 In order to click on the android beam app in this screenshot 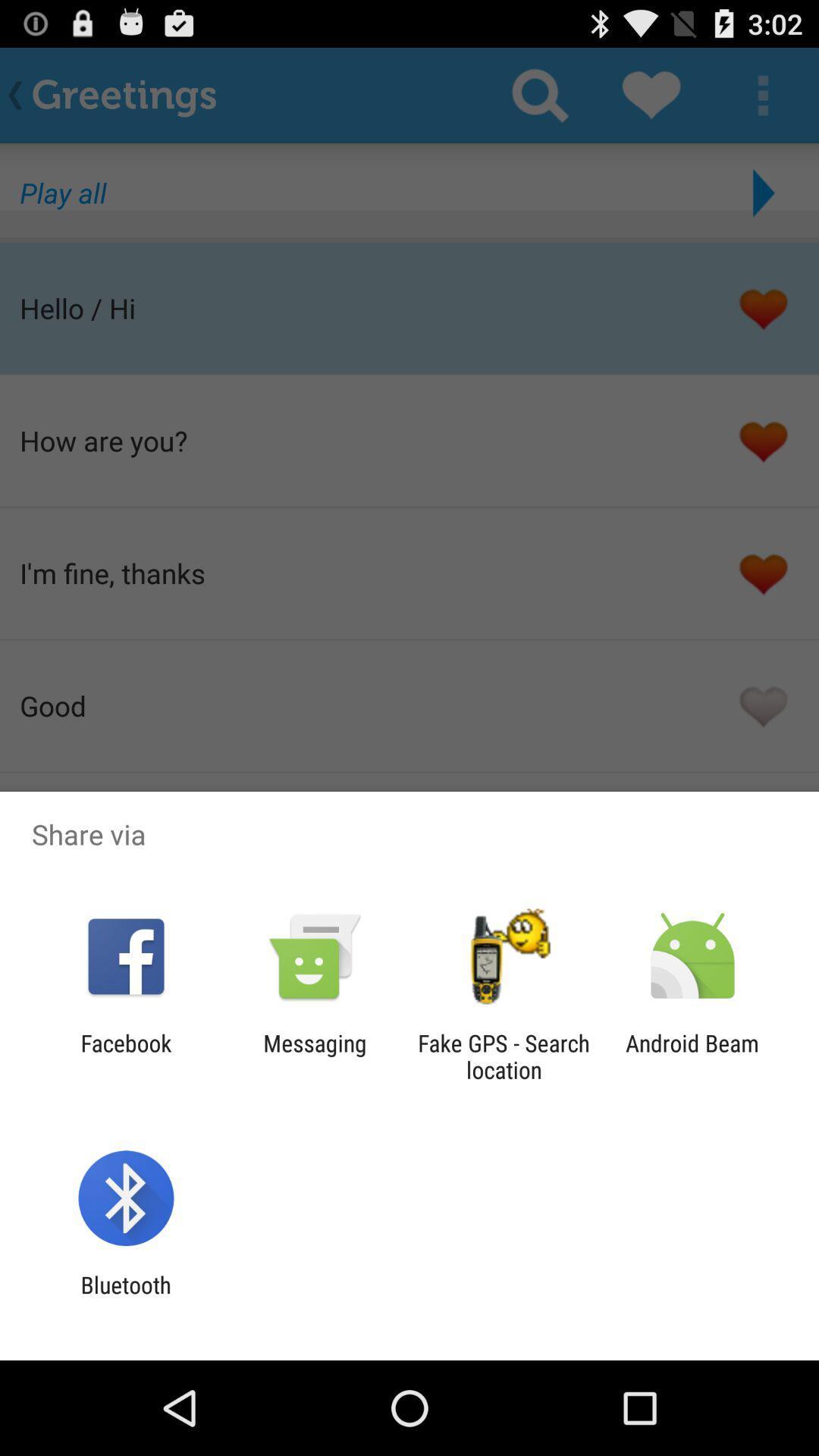, I will do `click(692, 1056)`.